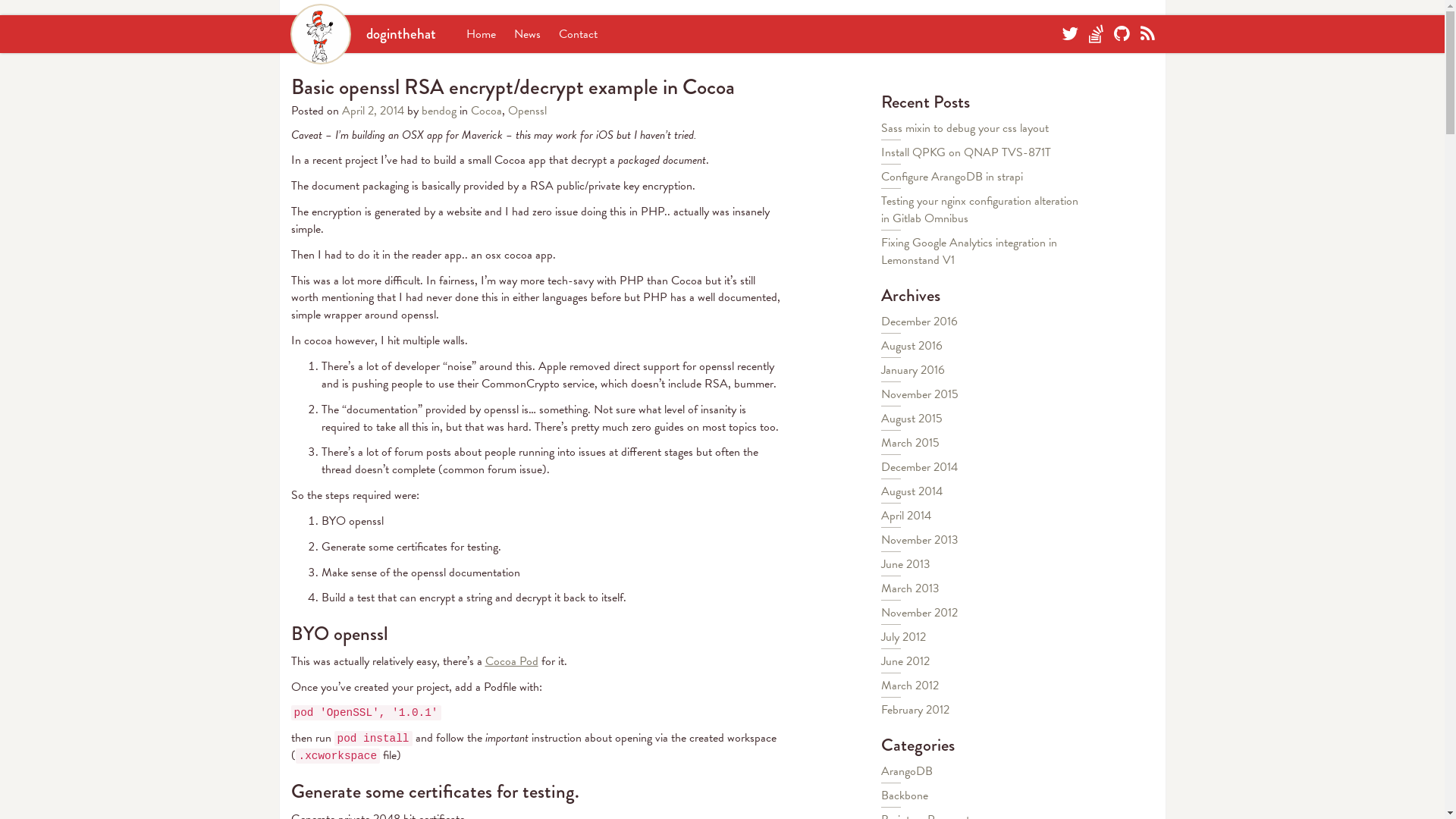  What do you see at coordinates (1121, 34) in the screenshot?
I see `'I sometime contribute to github.'` at bounding box center [1121, 34].